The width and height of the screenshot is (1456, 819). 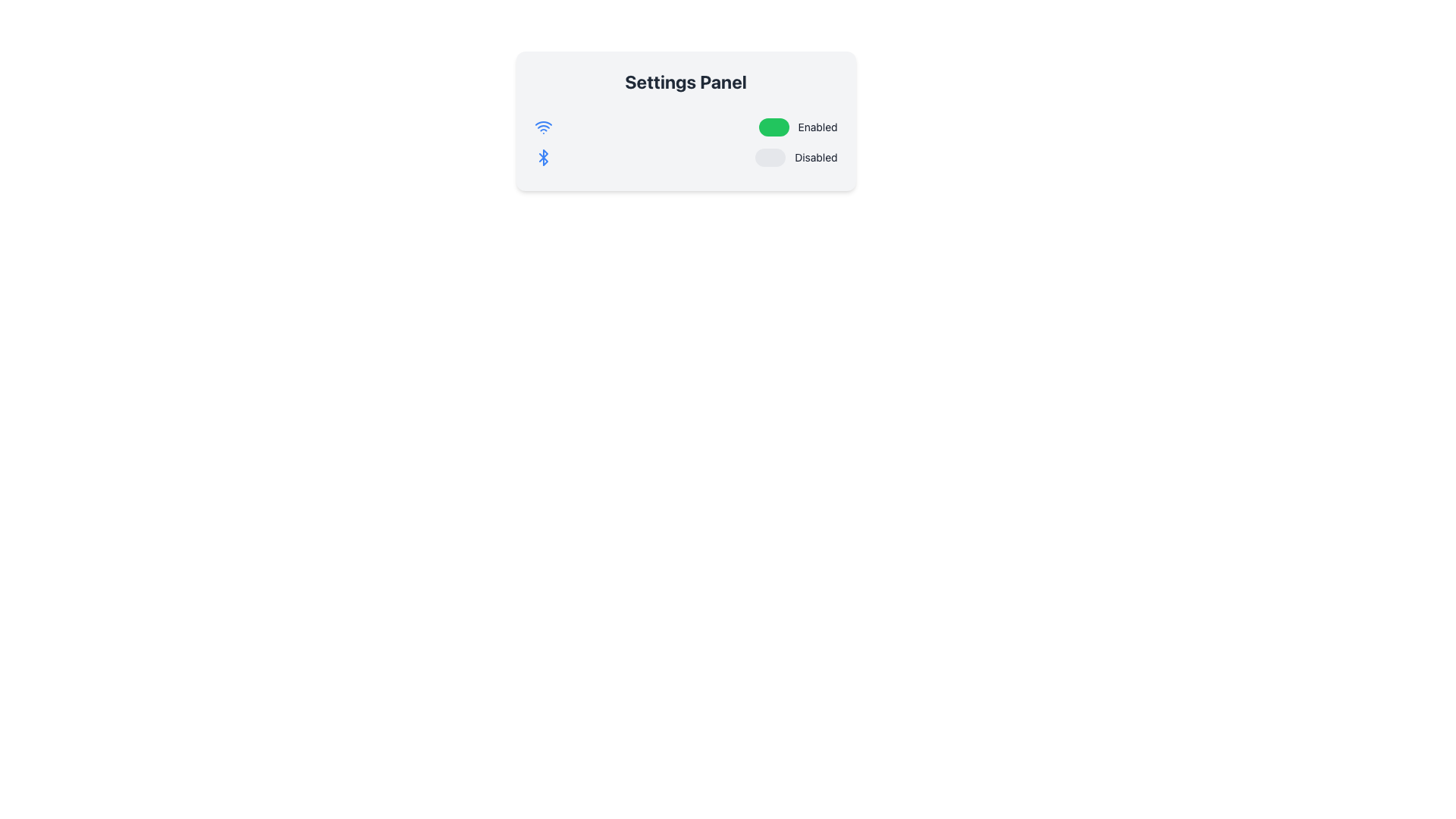 I want to click on the Bluetooth icon located within the settings panel, which has a blue outline and is positioned directly below the Wi-Fi symbol, so click(x=543, y=158).